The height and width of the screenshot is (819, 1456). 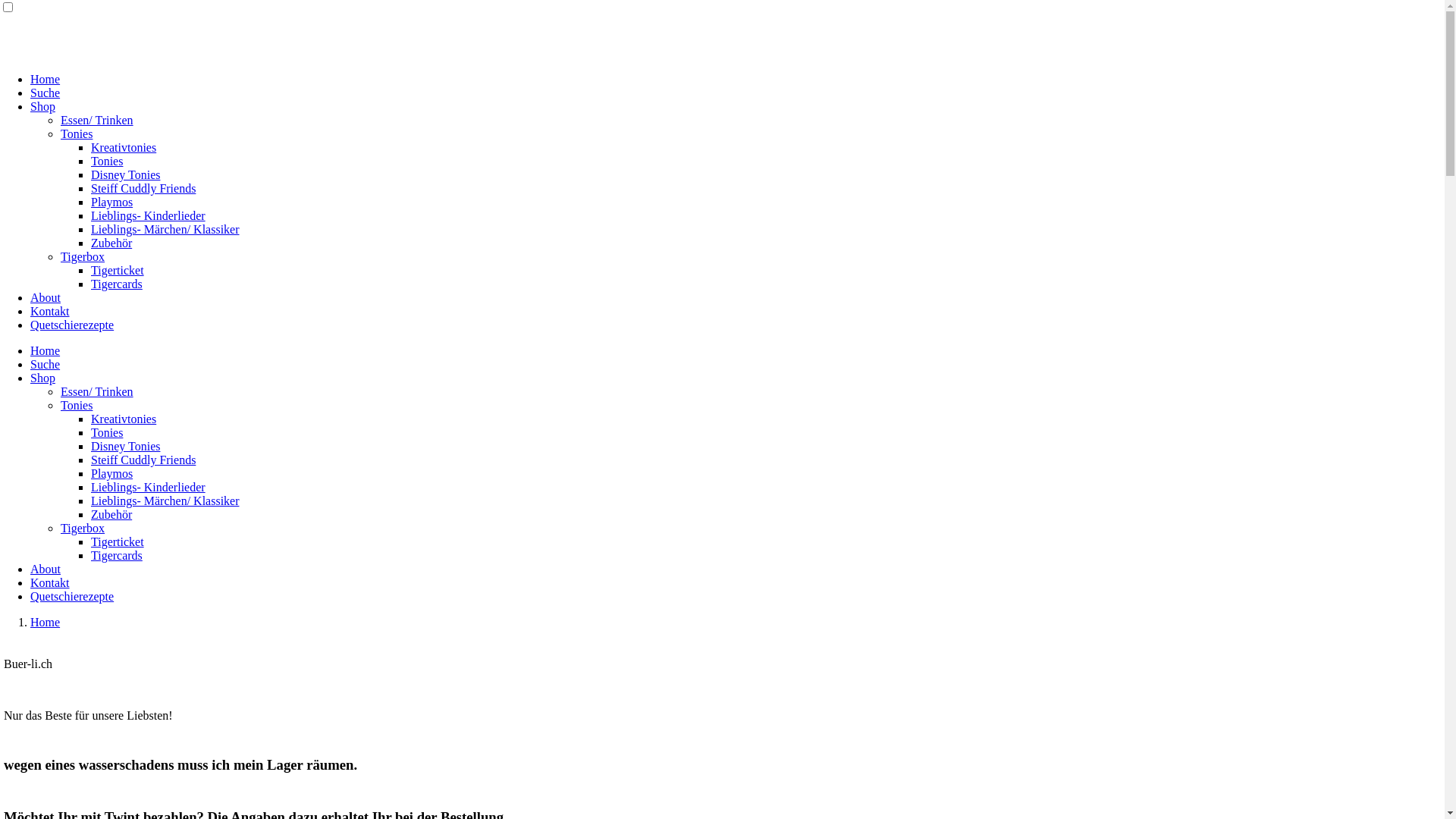 I want to click on 'Lieblings- Kinderlieder', so click(x=148, y=487).